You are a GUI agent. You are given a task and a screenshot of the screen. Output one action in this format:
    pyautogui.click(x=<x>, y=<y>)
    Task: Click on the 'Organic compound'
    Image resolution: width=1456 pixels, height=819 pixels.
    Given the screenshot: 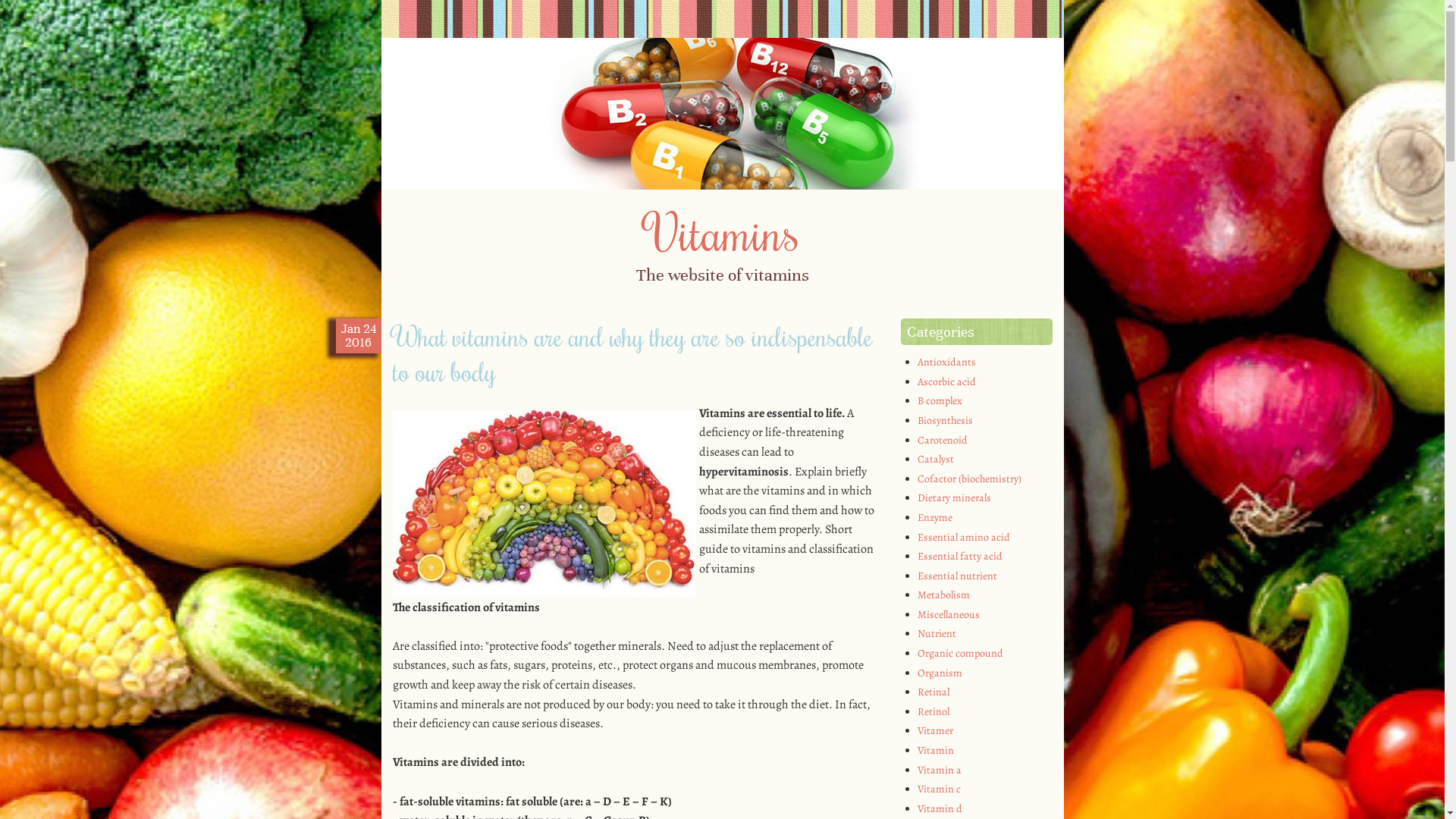 What is the action you would take?
    pyautogui.click(x=959, y=652)
    